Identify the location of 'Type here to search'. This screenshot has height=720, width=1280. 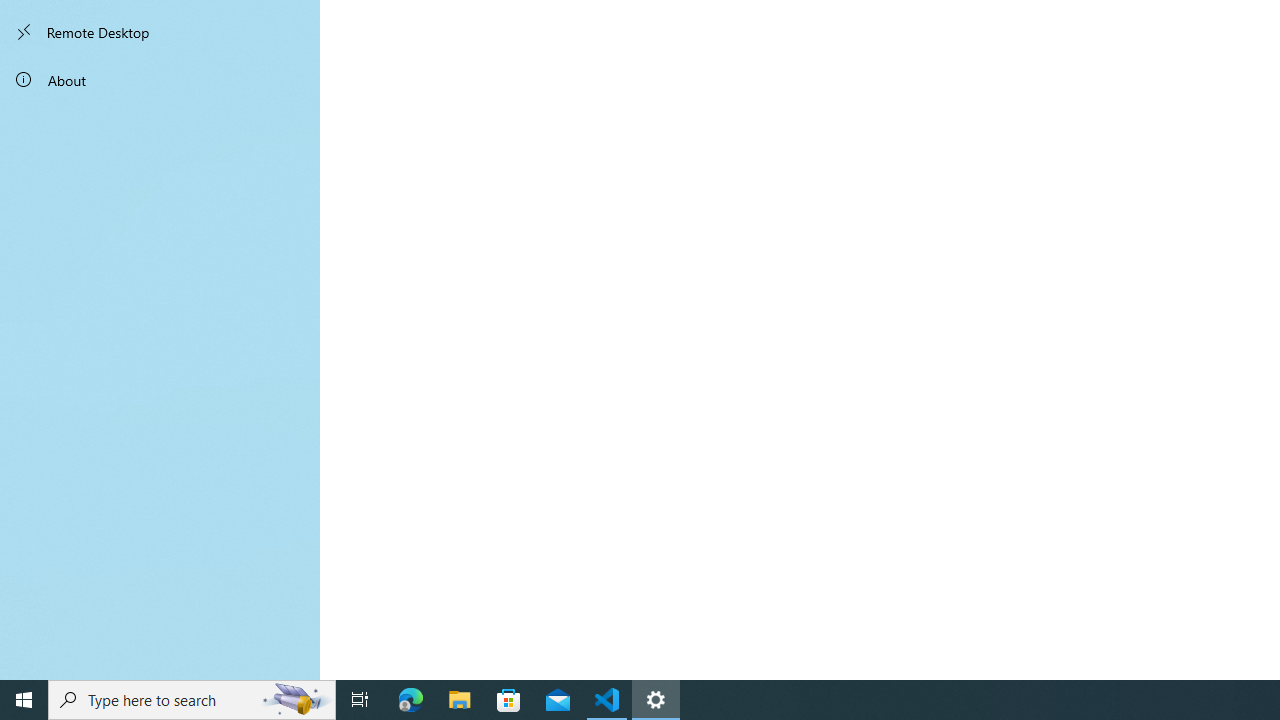
(192, 698).